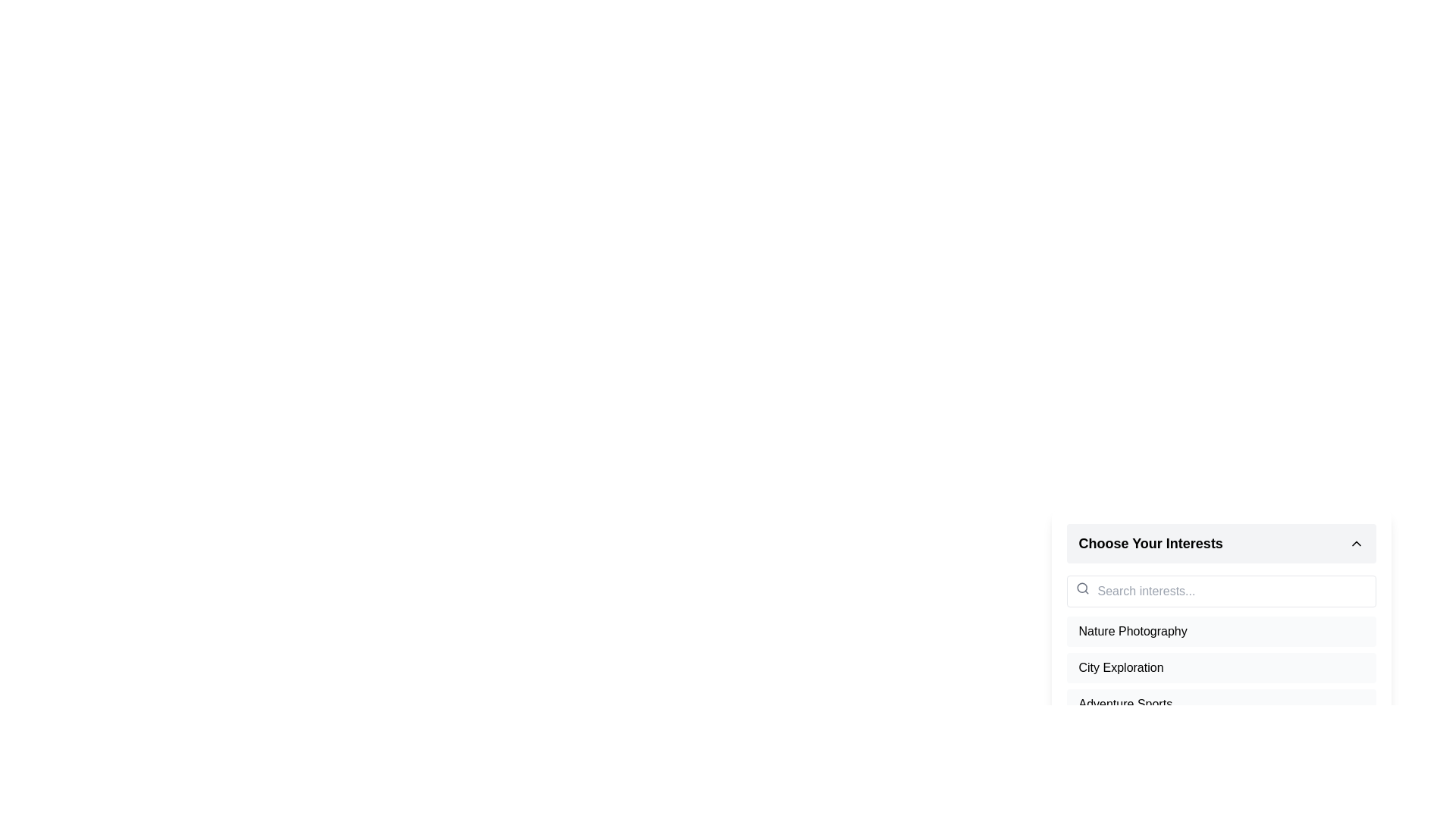  What do you see at coordinates (1133, 632) in the screenshot?
I see `the 'Nature Photography' text label` at bounding box center [1133, 632].